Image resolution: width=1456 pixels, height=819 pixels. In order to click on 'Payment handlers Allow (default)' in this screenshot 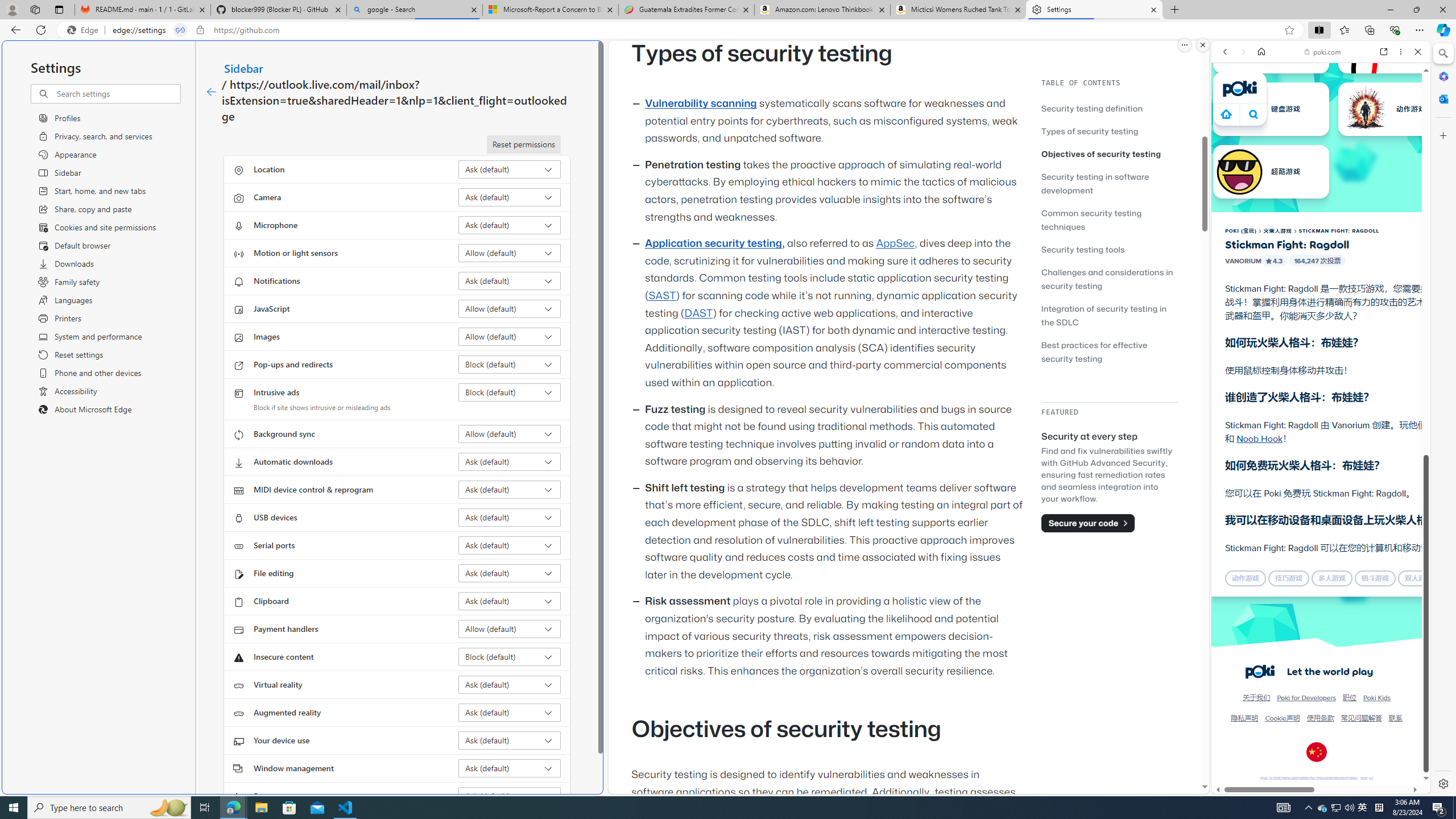, I will do `click(510, 628)`.